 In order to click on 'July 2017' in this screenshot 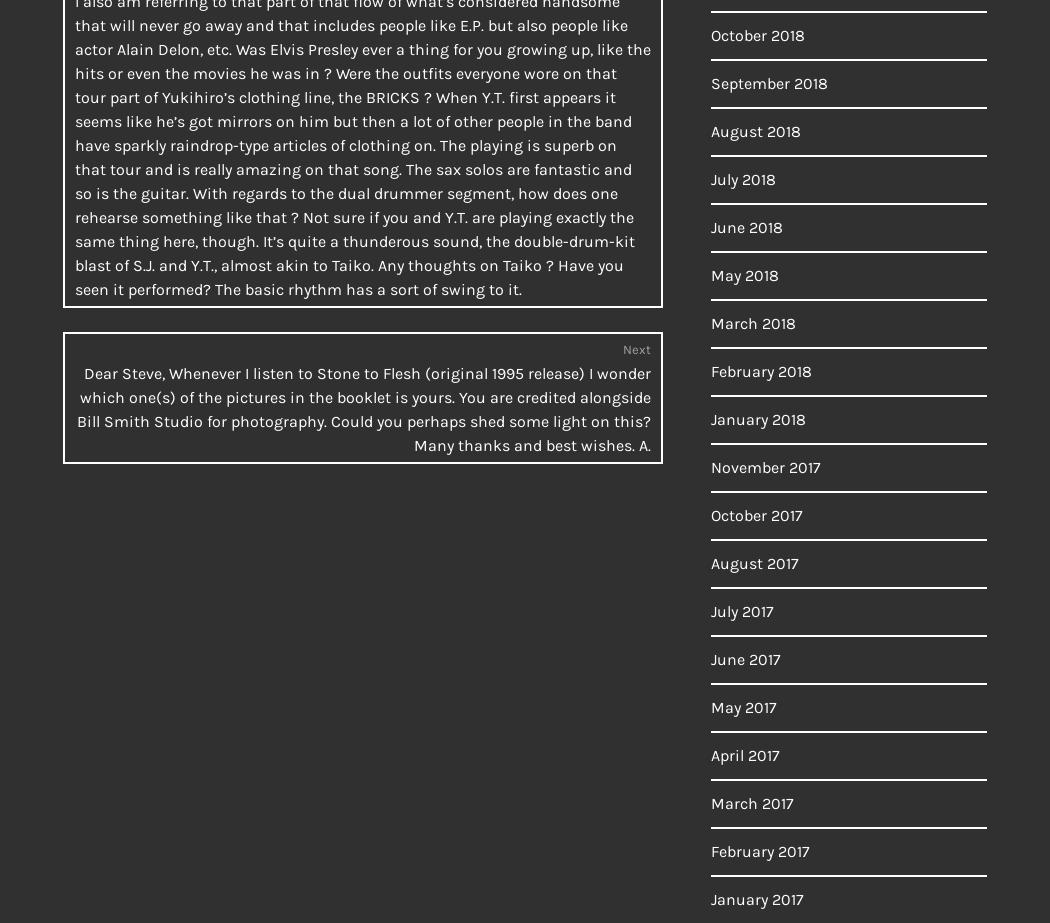, I will do `click(741, 610)`.